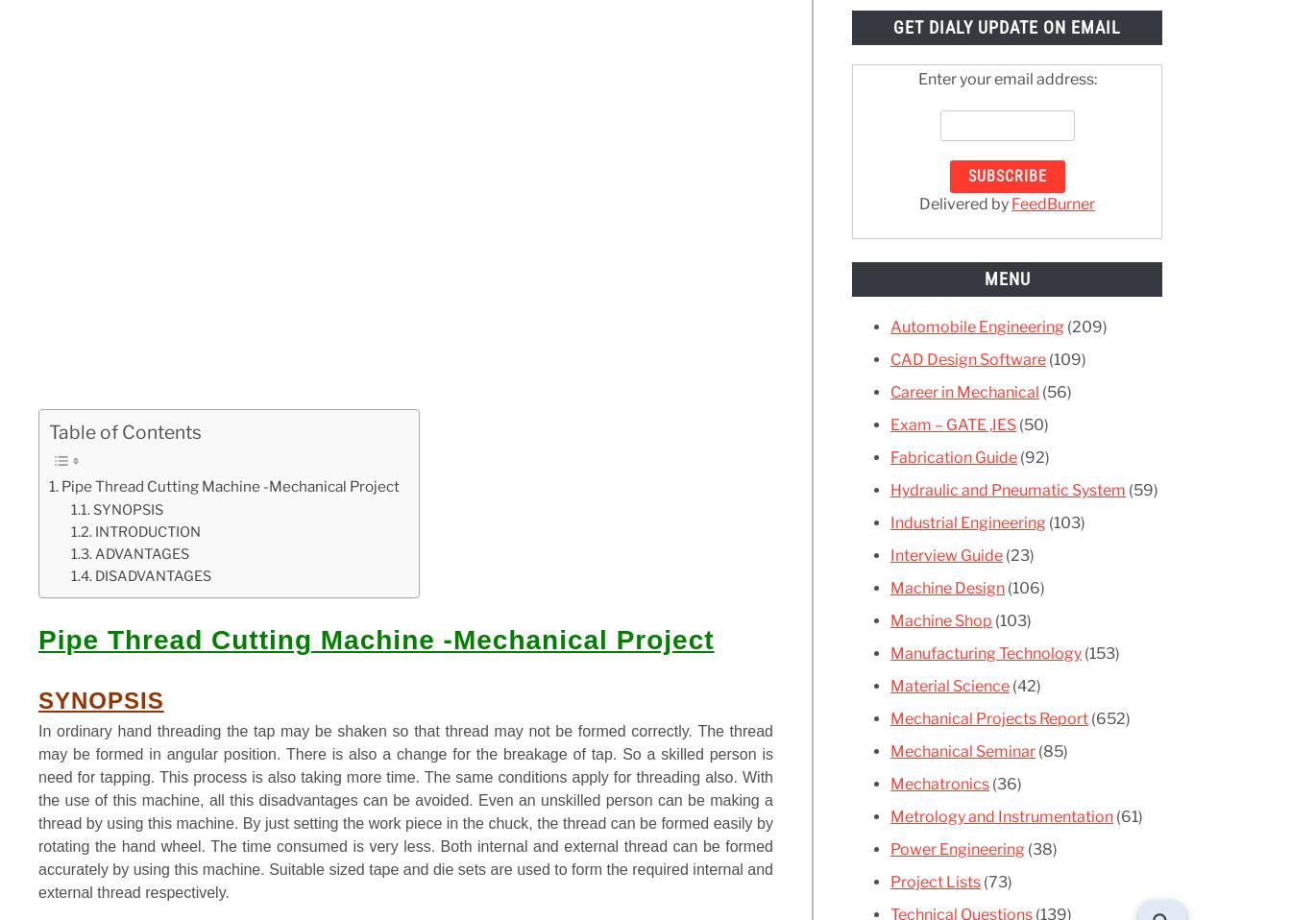 This screenshot has width=1316, height=920. Describe the element at coordinates (964, 391) in the screenshot. I see `'Career in Mechanical'` at that location.